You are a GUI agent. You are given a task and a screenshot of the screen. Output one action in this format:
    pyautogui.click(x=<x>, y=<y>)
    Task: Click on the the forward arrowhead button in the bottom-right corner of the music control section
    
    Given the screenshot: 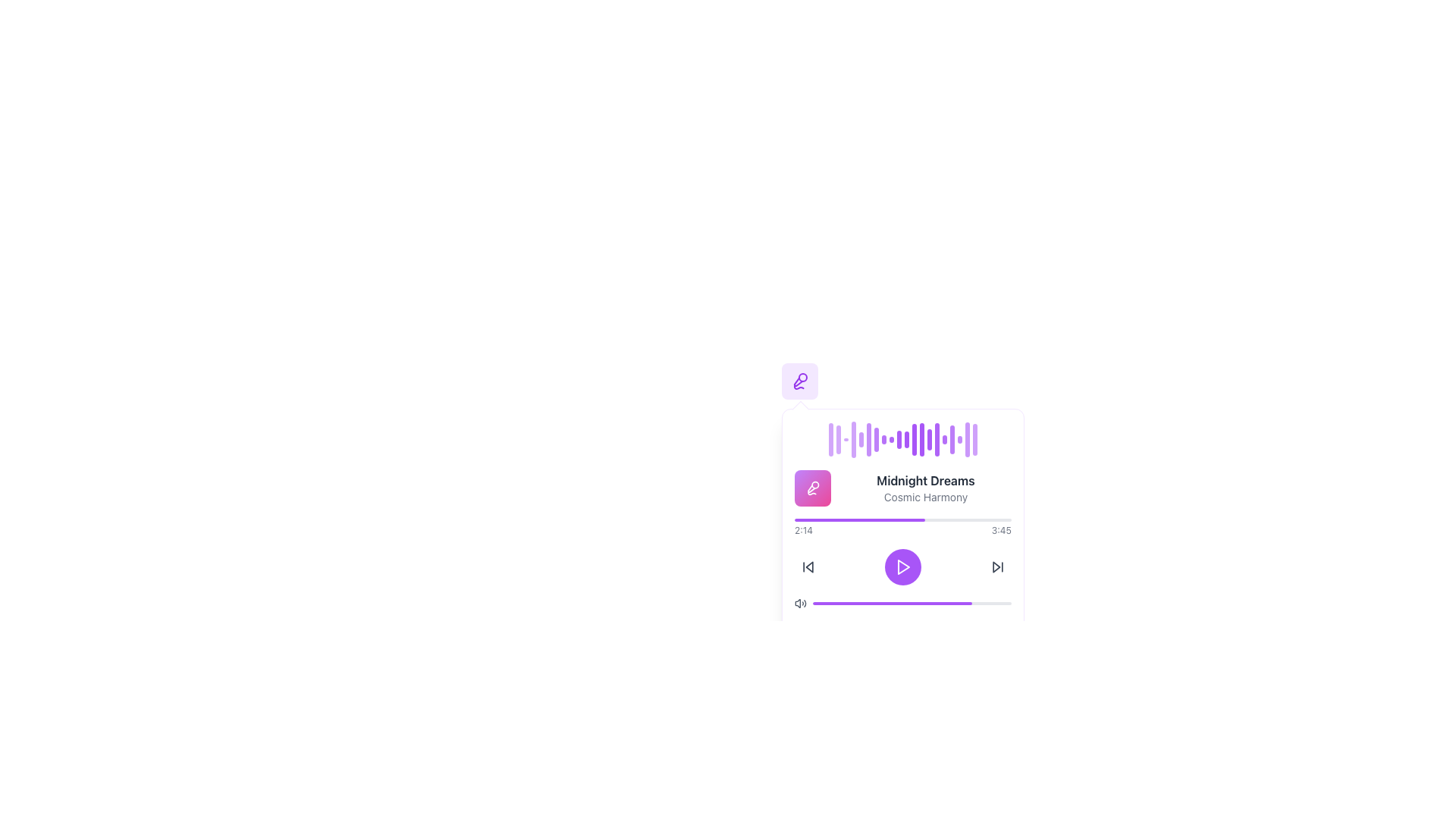 What is the action you would take?
    pyautogui.click(x=997, y=567)
    